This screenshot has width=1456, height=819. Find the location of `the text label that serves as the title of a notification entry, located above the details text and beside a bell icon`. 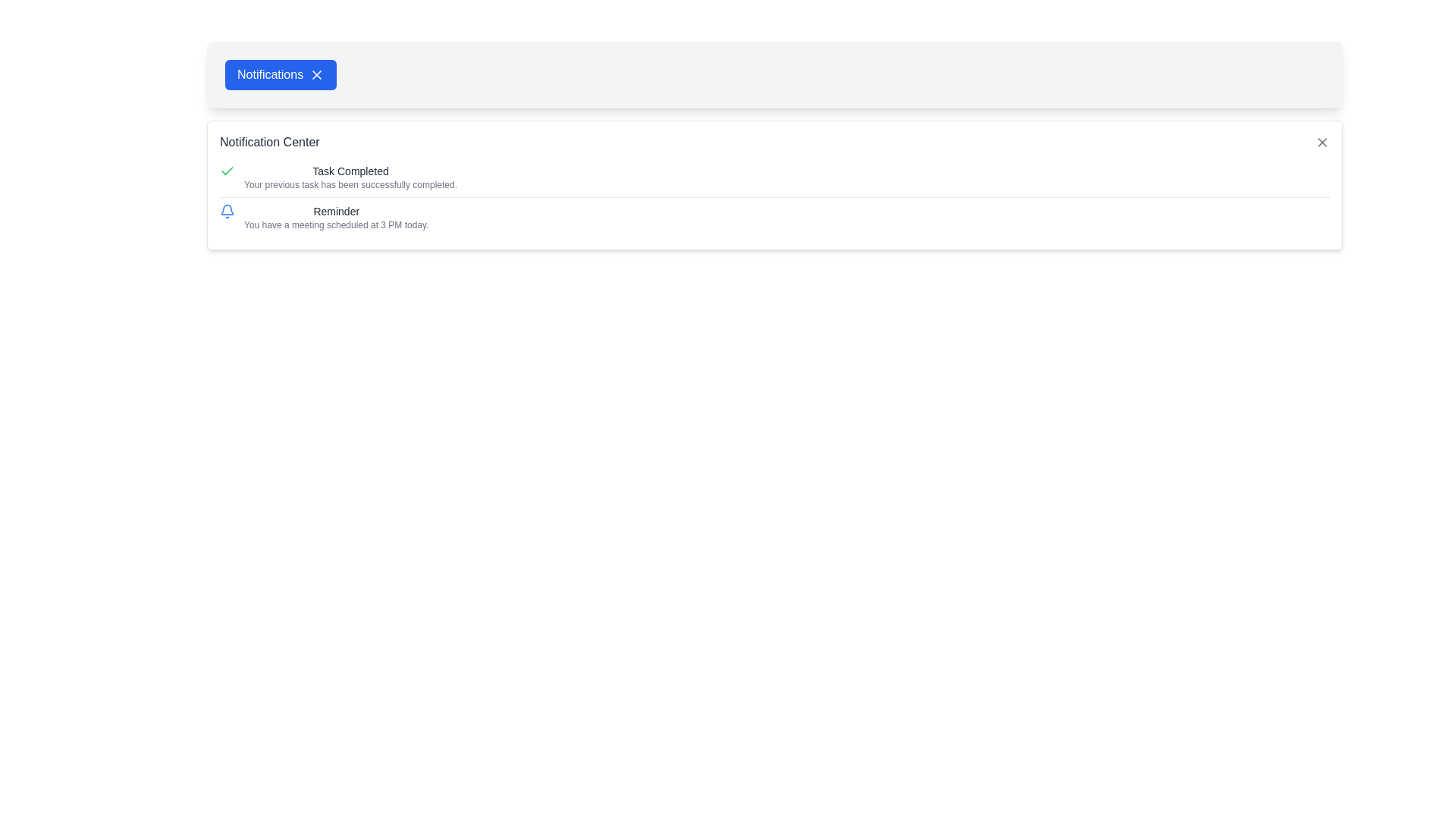

the text label that serves as the title of a notification entry, located above the details text and beside a bell icon is located at coordinates (335, 211).